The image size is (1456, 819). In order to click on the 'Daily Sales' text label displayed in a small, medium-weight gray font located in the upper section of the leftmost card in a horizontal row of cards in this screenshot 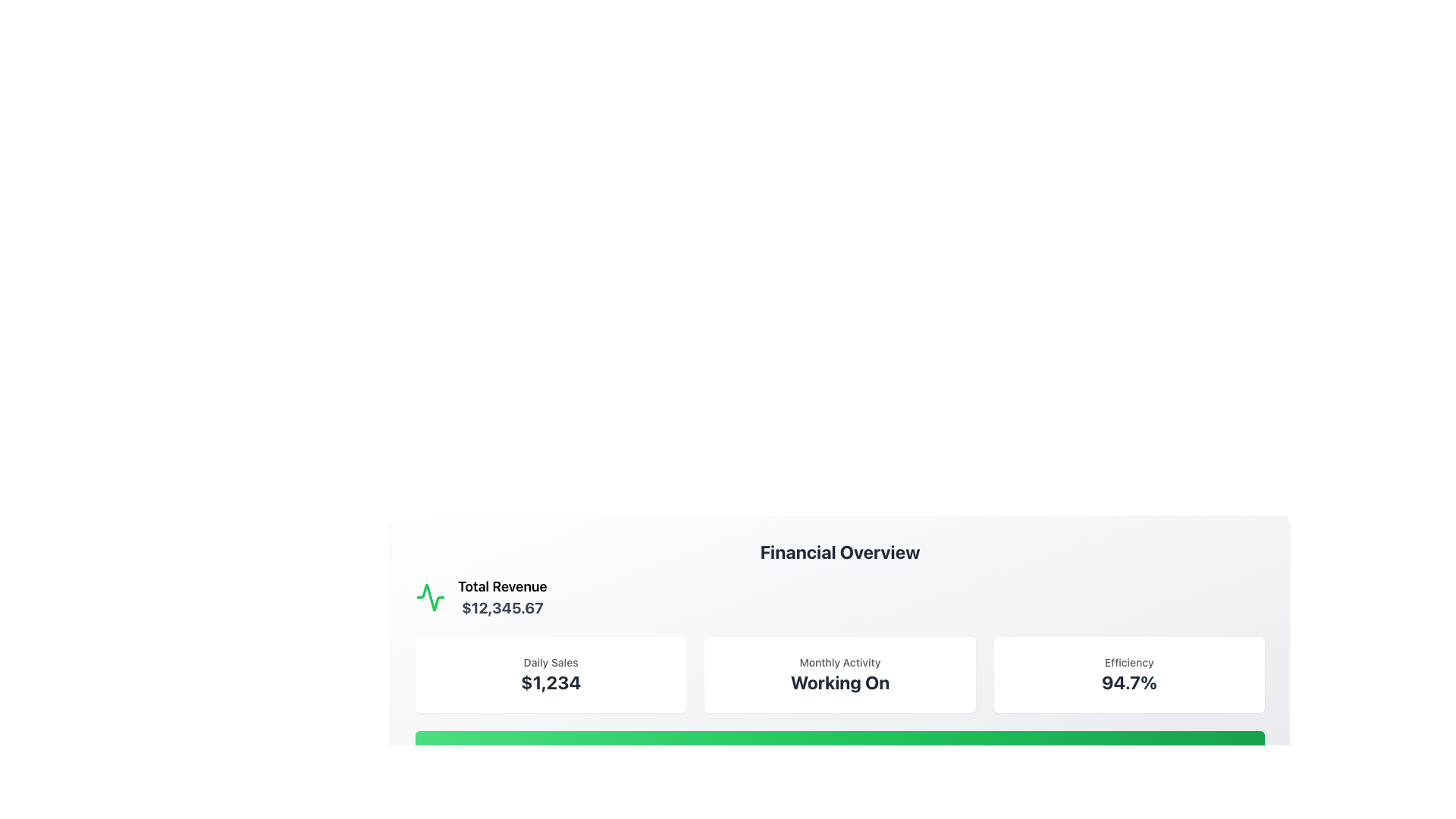, I will do `click(550, 662)`.